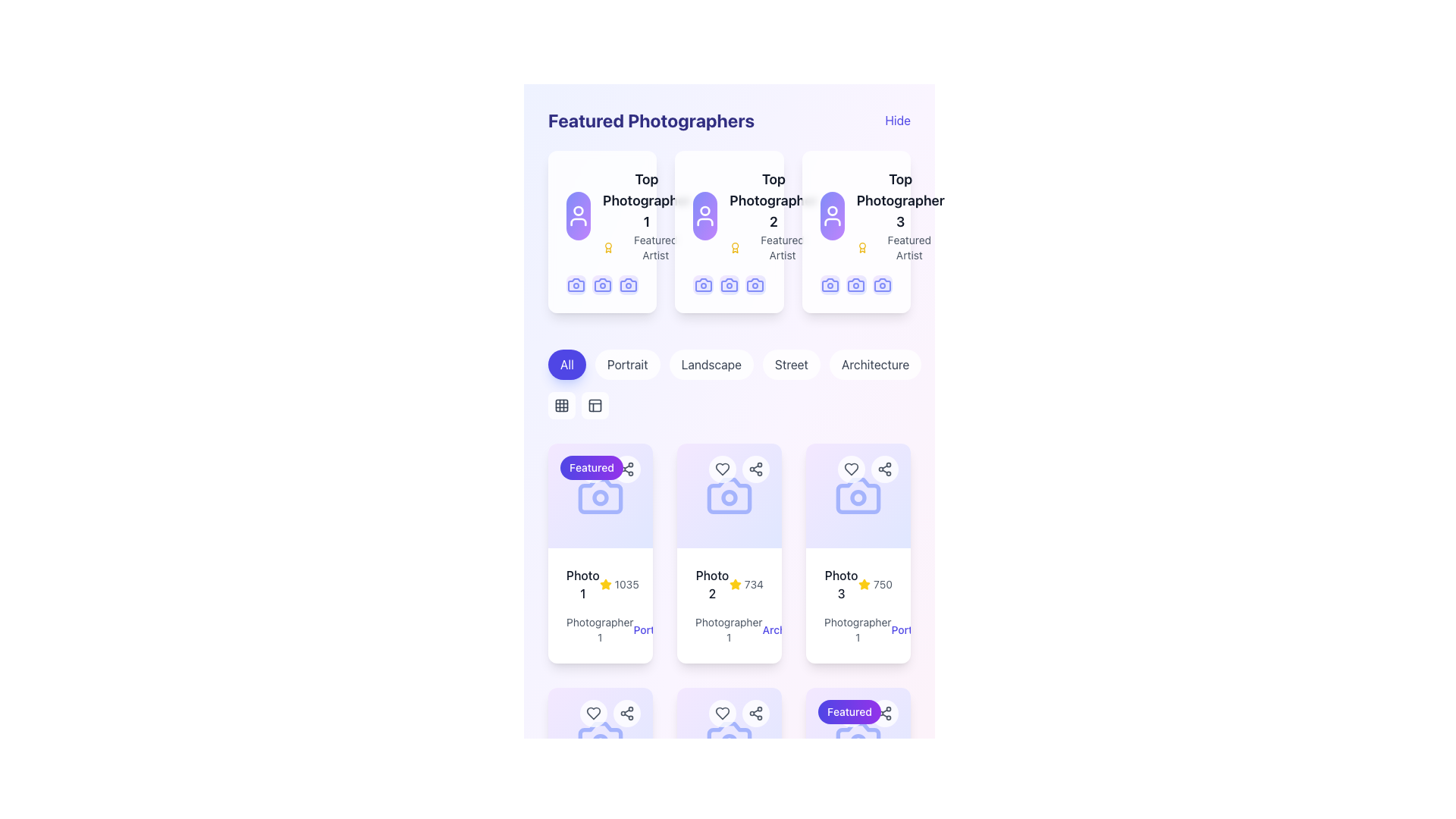 This screenshot has width=1456, height=819. What do you see at coordinates (729, 285) in the screenshot?
I see `the camera icon with a gradient background` at bounding box center [729, 285].